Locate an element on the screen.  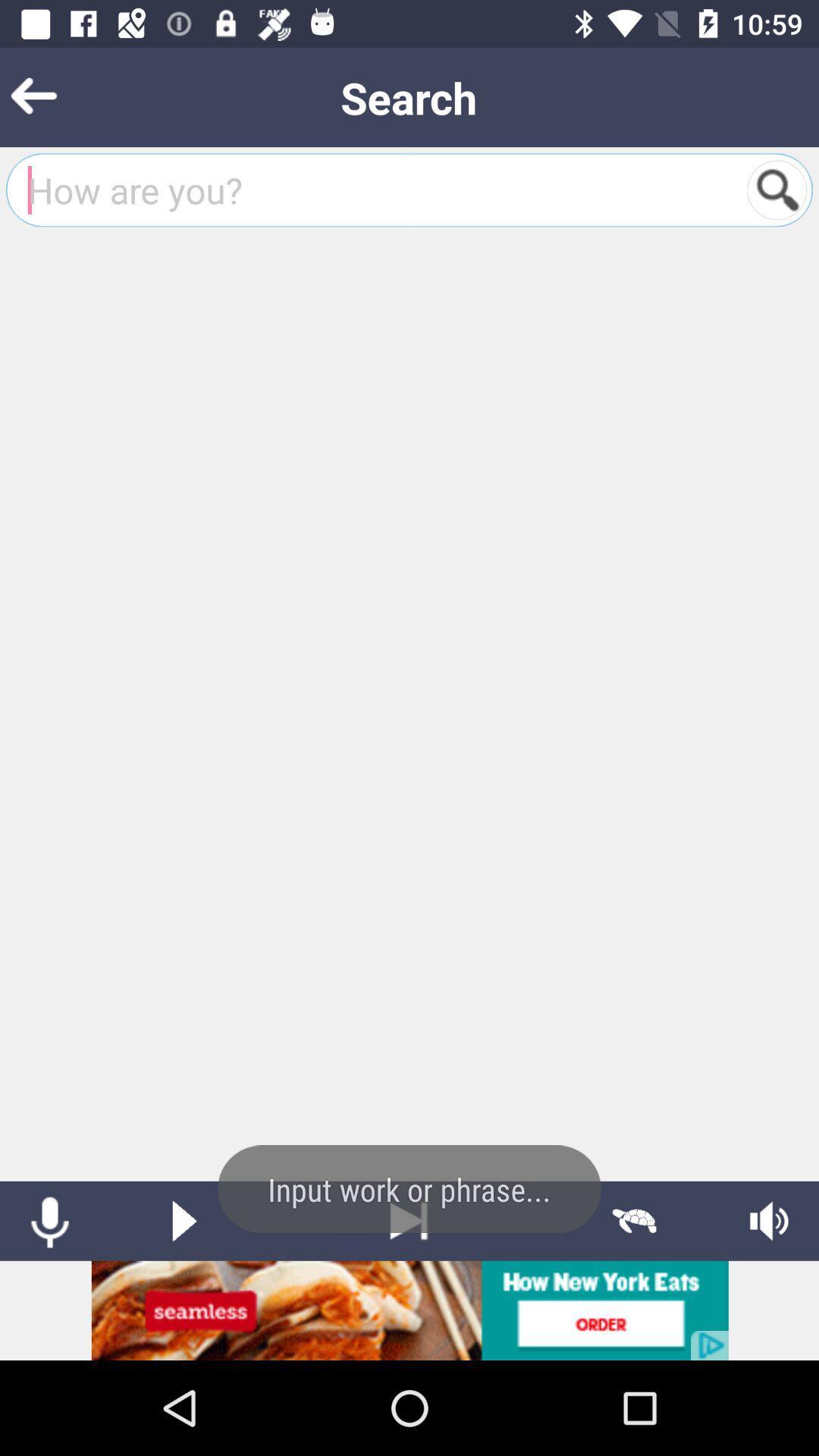
share the article is located at coordinates (409, 1310).